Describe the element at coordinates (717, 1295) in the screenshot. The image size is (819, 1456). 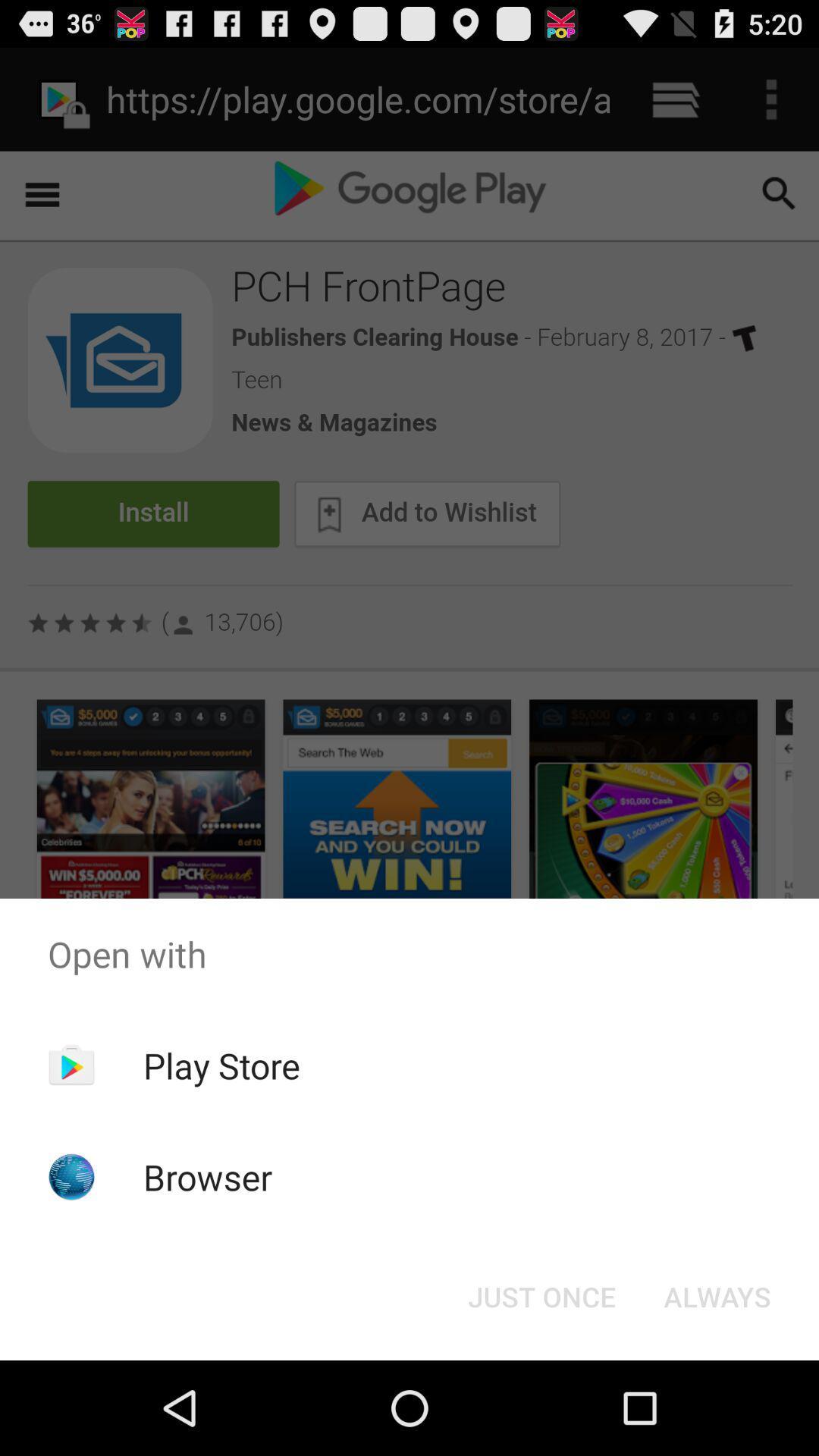
I see `item next to just once` at that location.